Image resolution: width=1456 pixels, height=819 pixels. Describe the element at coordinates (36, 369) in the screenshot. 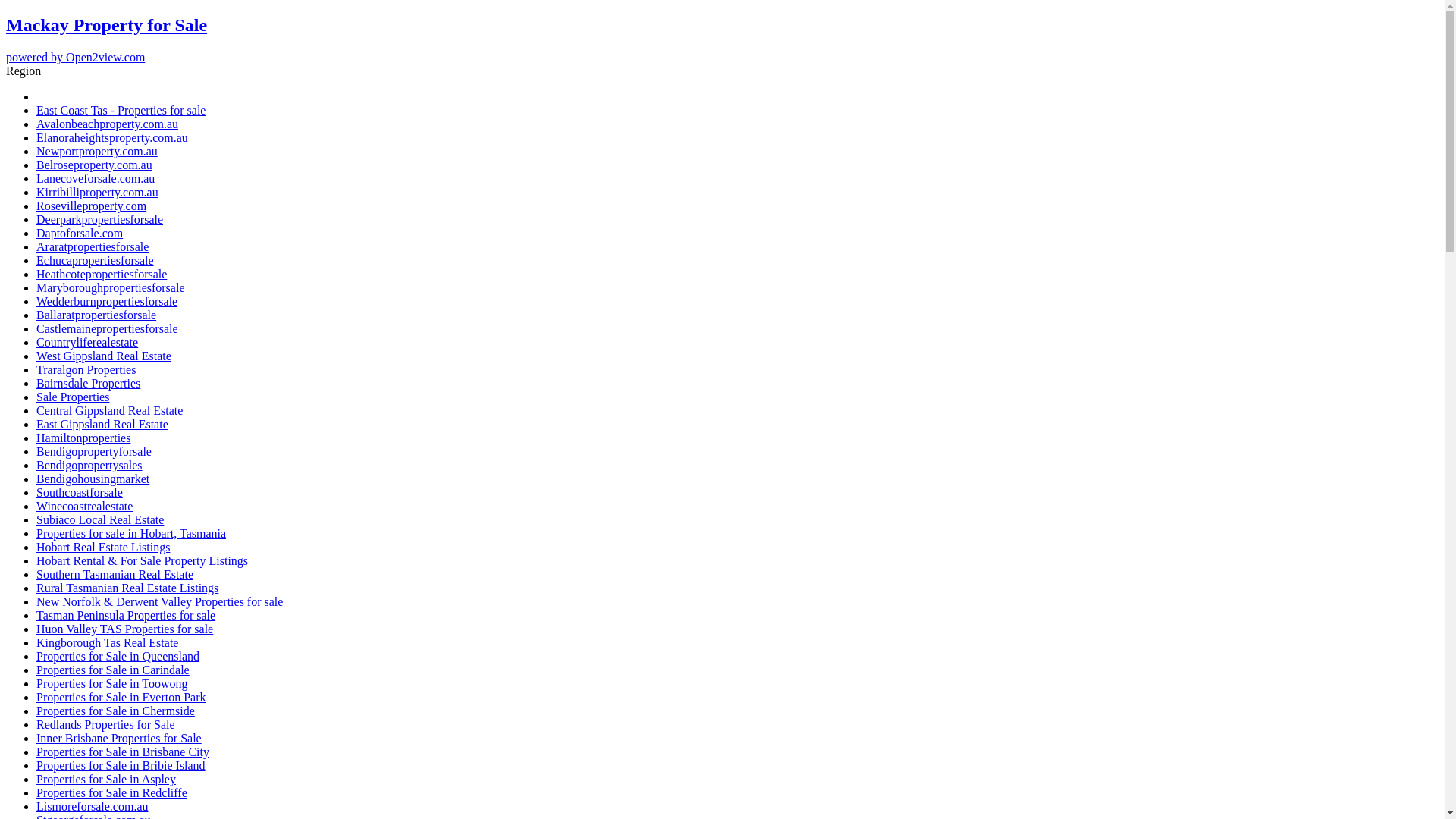

I see `'Traralgon Properties'` at that location.